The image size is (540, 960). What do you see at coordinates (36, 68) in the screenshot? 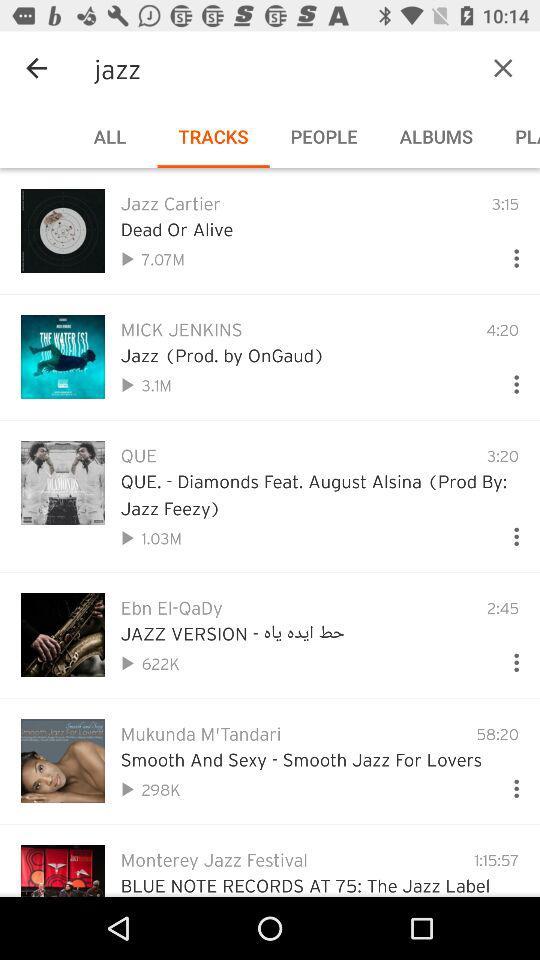
I see `icon to the left of the jazz icon` at bounding box center [36, 68].